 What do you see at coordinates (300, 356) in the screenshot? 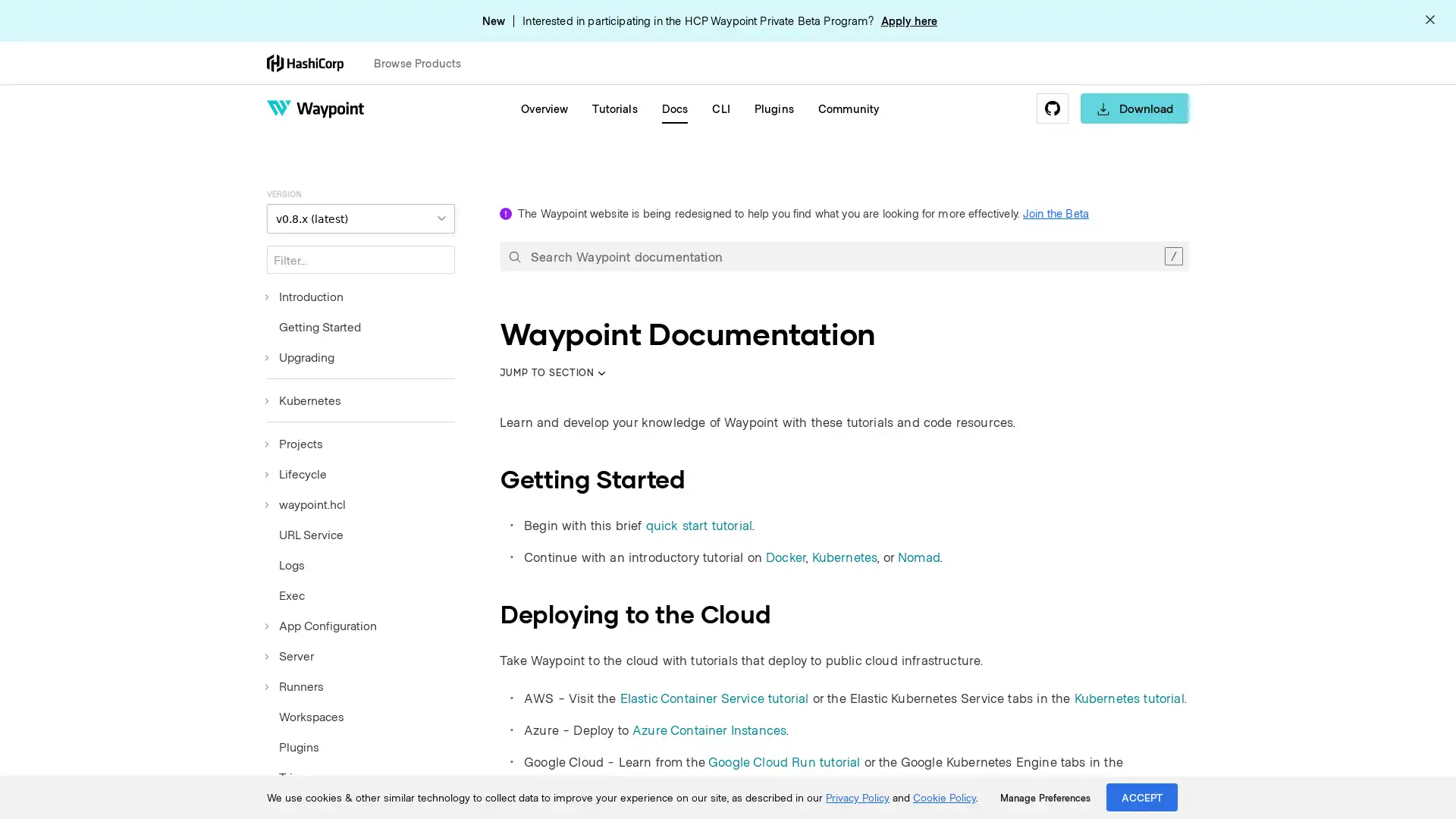
I see `Upgrading` at bounding box center [300, 356].